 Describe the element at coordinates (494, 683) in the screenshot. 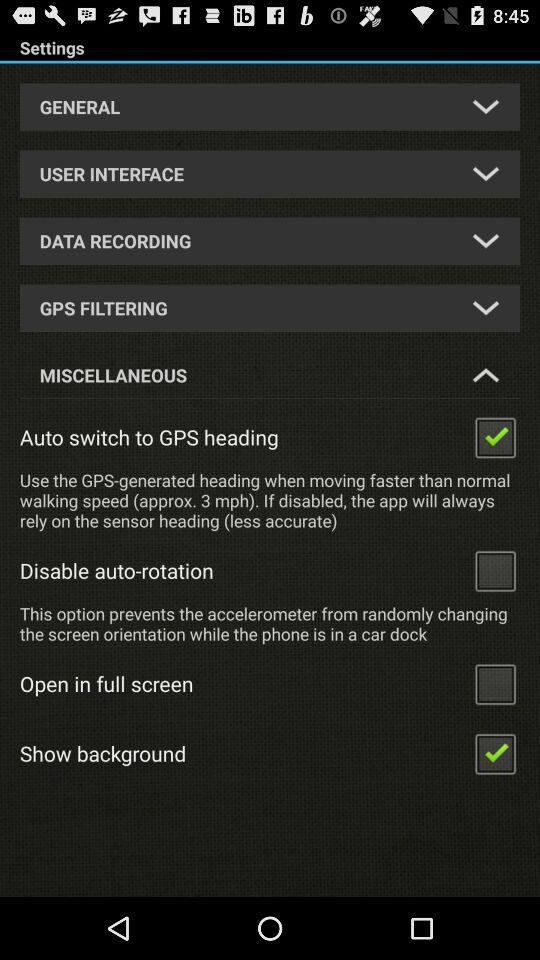

I see `open in full screen` at that location.